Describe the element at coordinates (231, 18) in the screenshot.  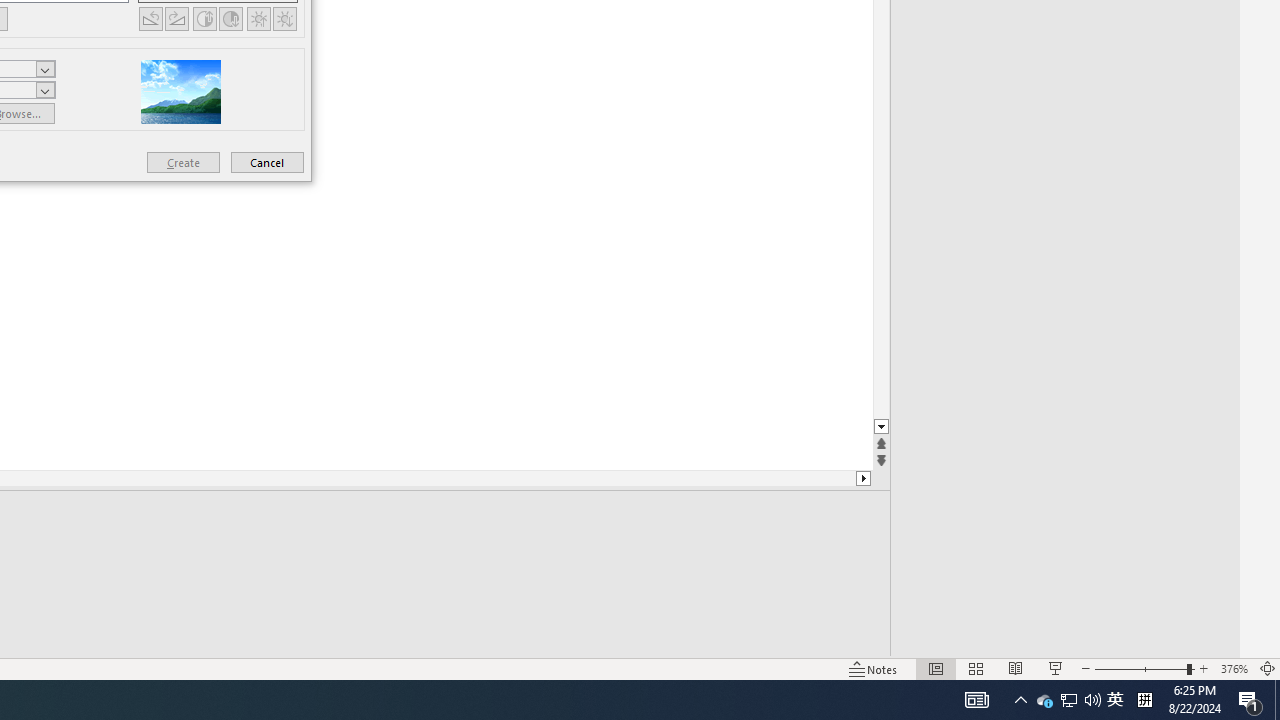
I see `'Less Contrast'` at that location.